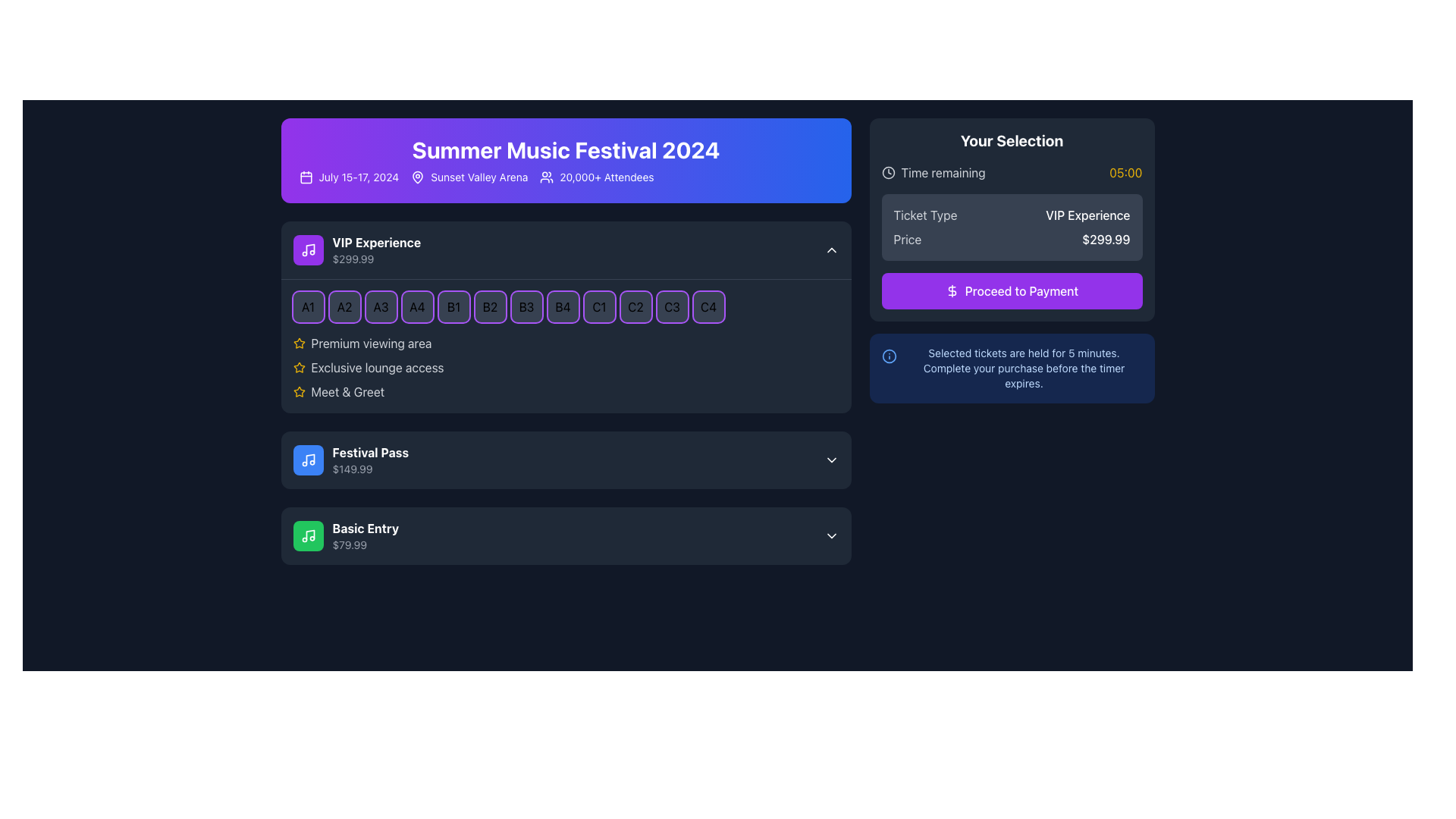 This screenshot has width=1456, height=819. Describe the element at coordinates (565, 368) in the screenshot. I see `text of the Label with icon that provides information about one of the benefits included in the 'VIP Experience' package, located in the second position under the 'VIP Experience' section` at that location.